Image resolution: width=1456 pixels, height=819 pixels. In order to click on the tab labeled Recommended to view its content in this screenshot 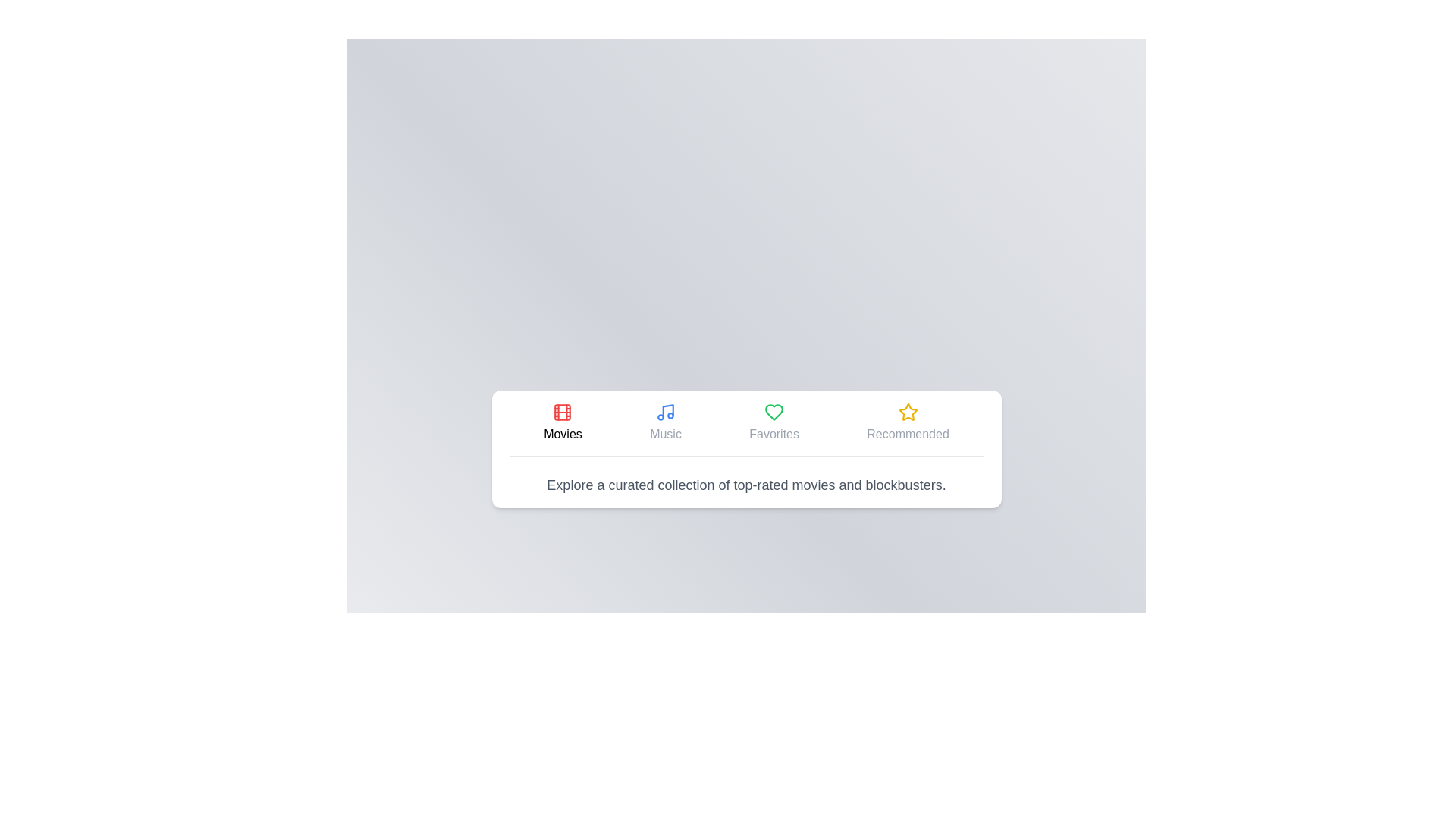, I will do `click(907, 422)`.